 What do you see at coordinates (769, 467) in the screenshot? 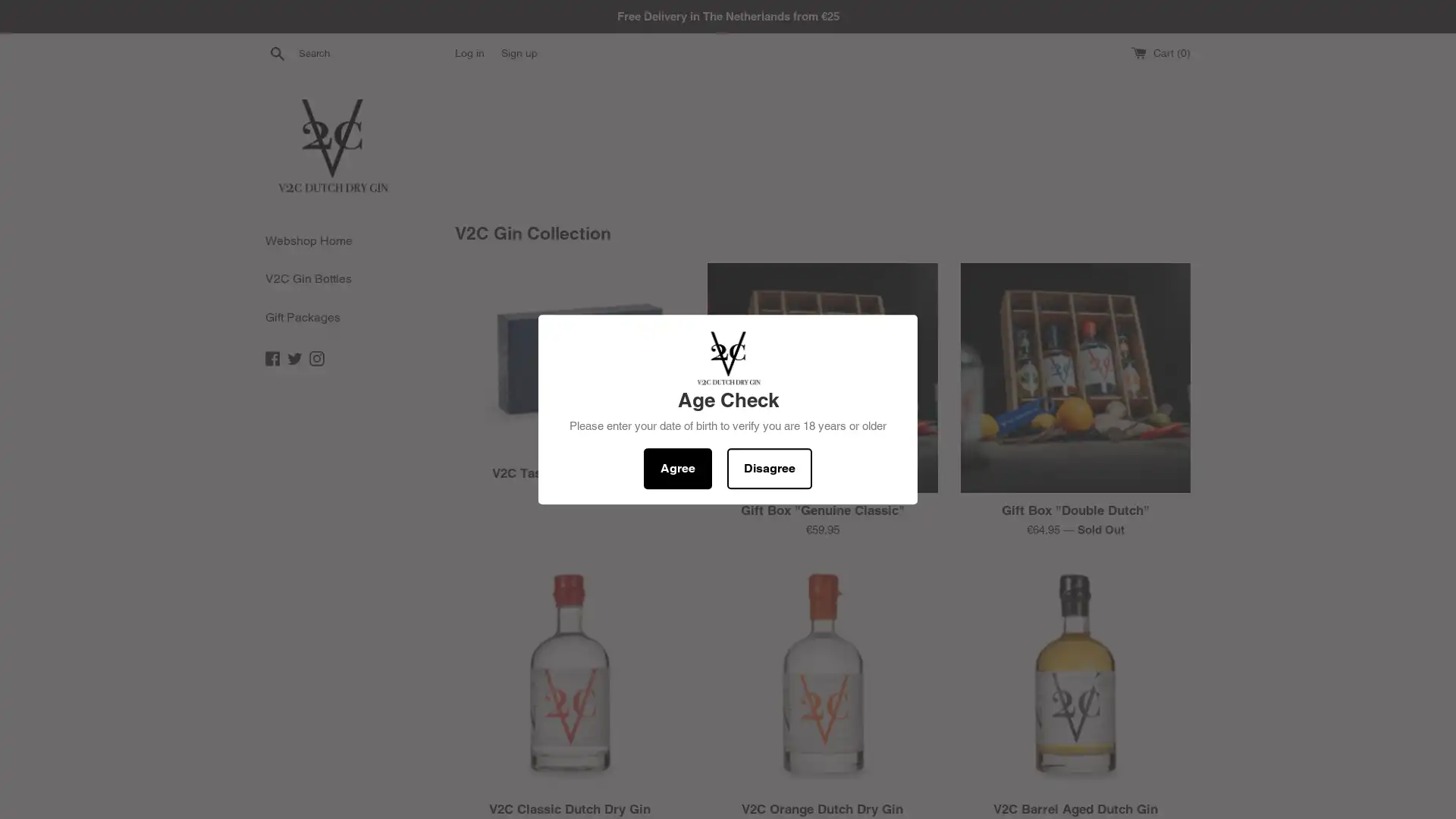
I see `Disagree` at bounding box center [769, 467].